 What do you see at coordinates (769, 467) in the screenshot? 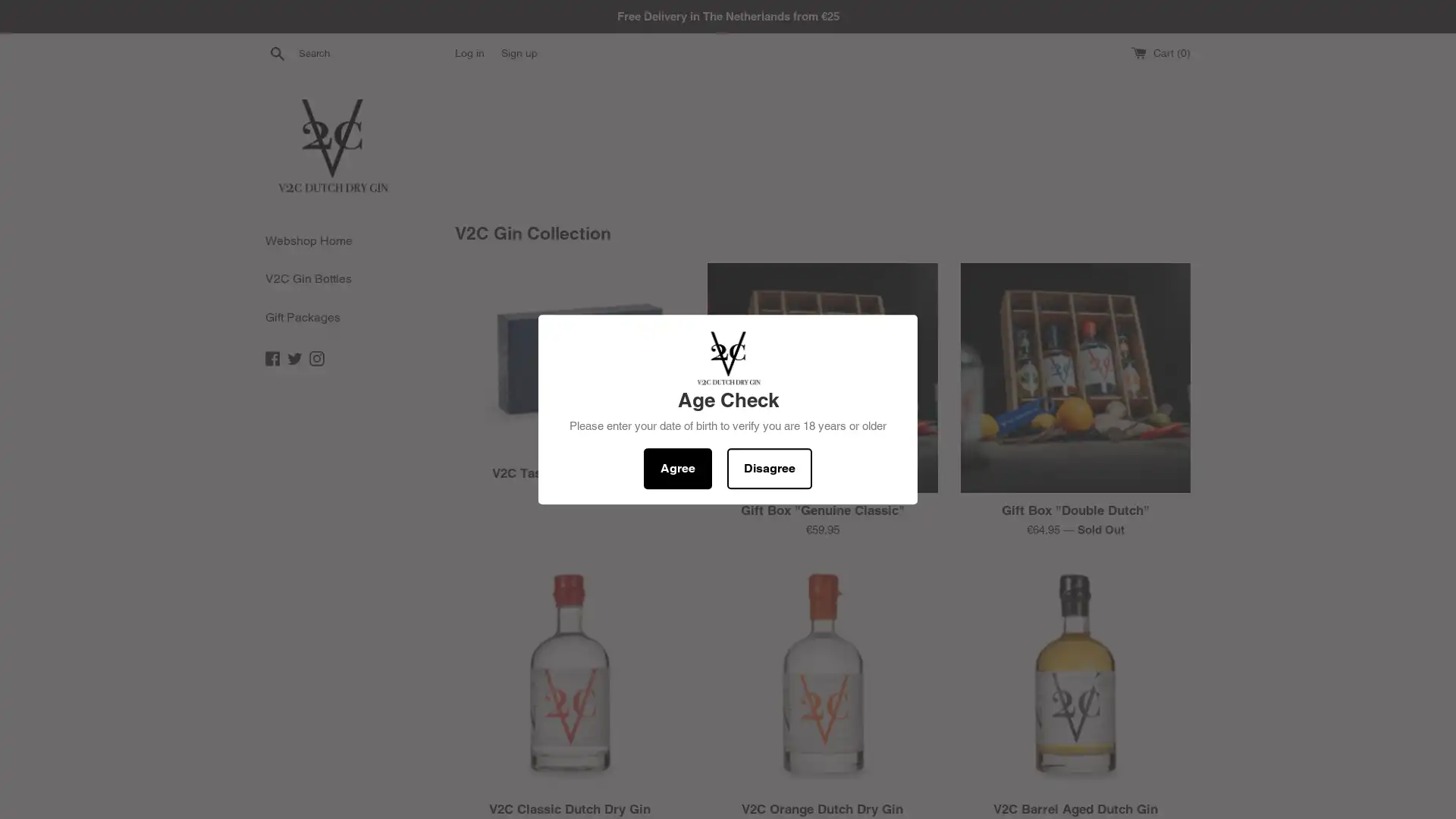
I see `Disagree` at bounding box center [769, 467].